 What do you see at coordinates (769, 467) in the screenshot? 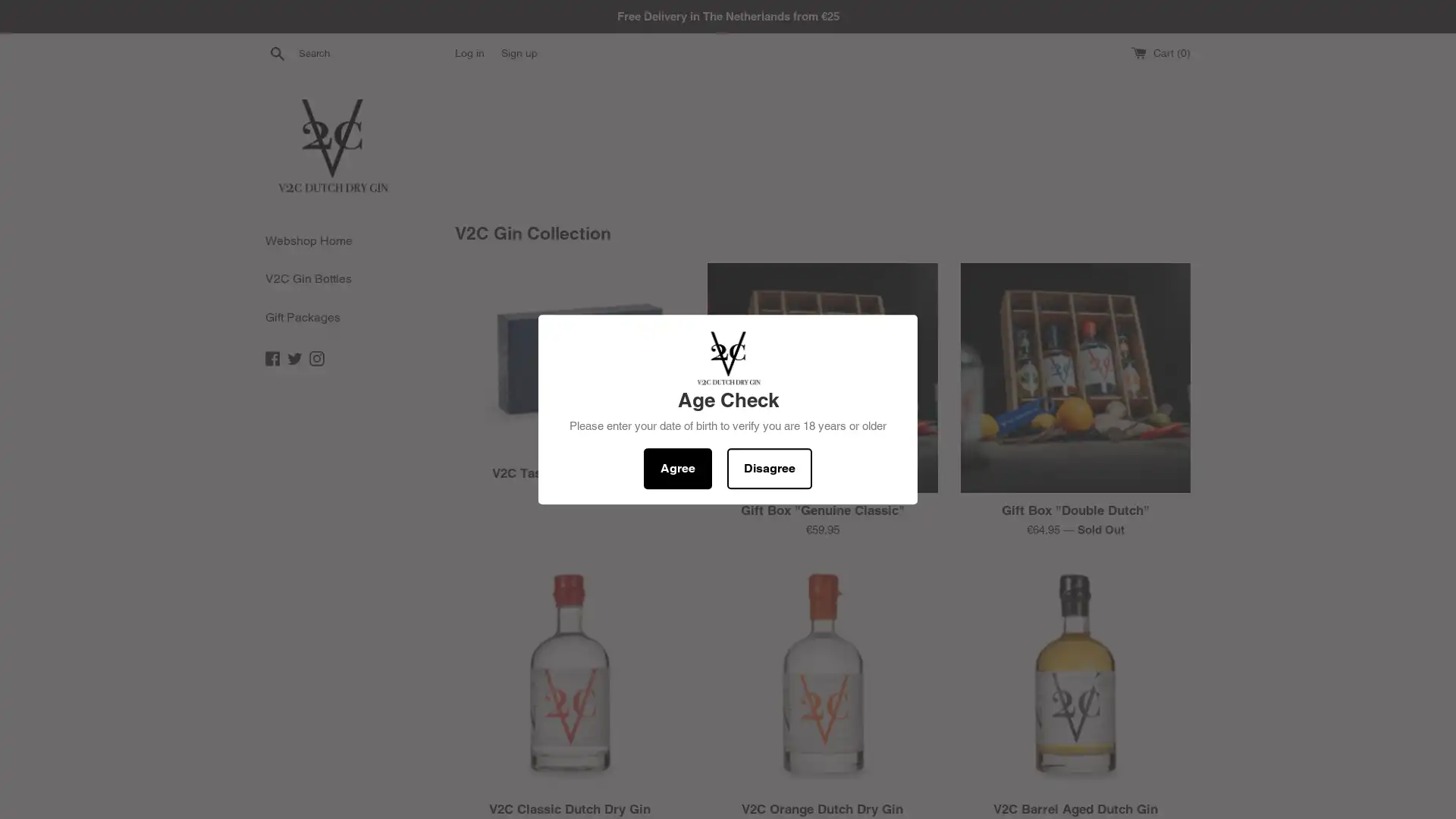
I see `Disagree` at bounding box center [769, 467].